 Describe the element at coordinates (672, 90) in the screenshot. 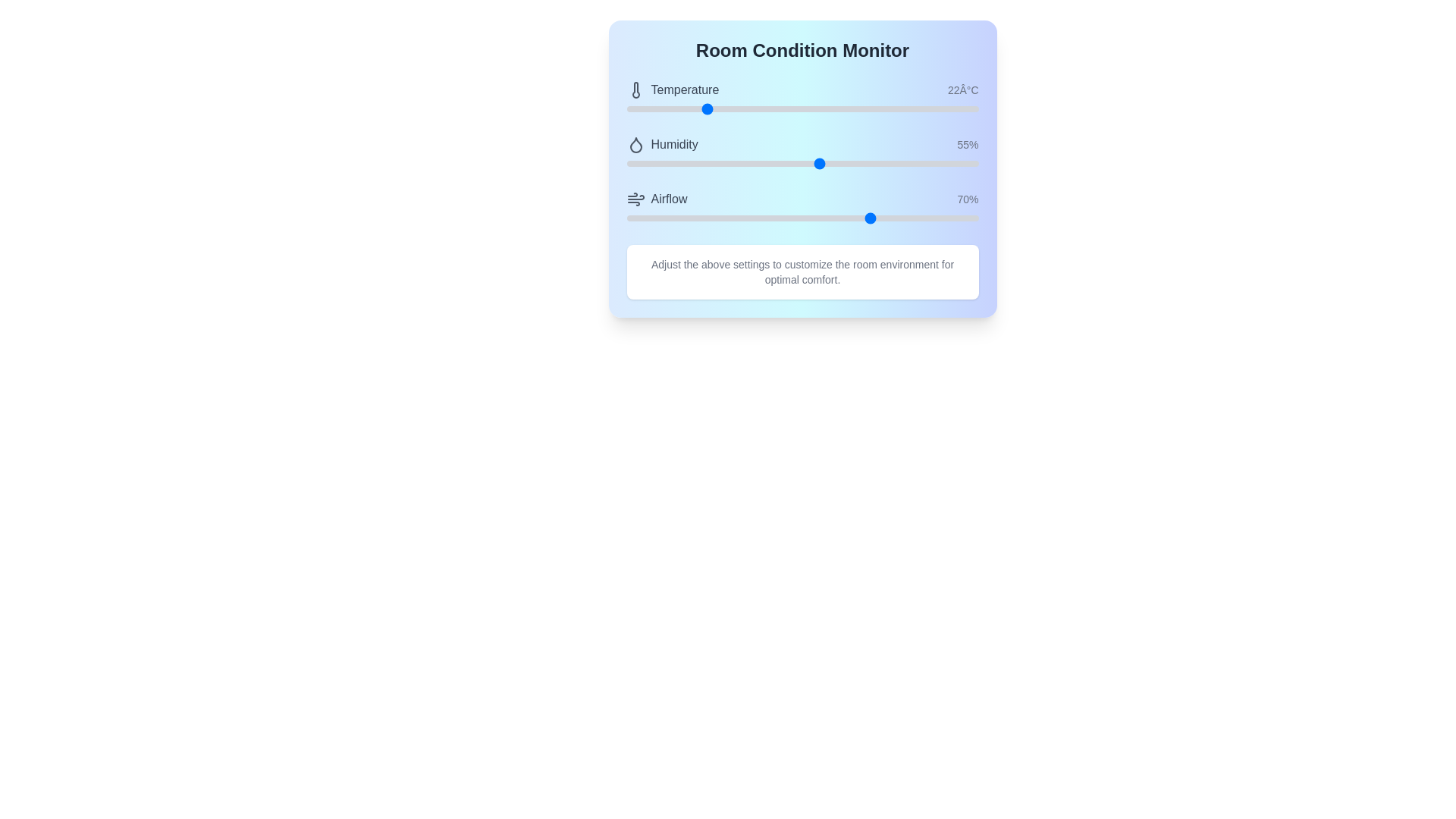

I see `the text label for the temperature value, which is positioned to the left of the numeric value '22°C' in the topmost row of the content section` at that location.